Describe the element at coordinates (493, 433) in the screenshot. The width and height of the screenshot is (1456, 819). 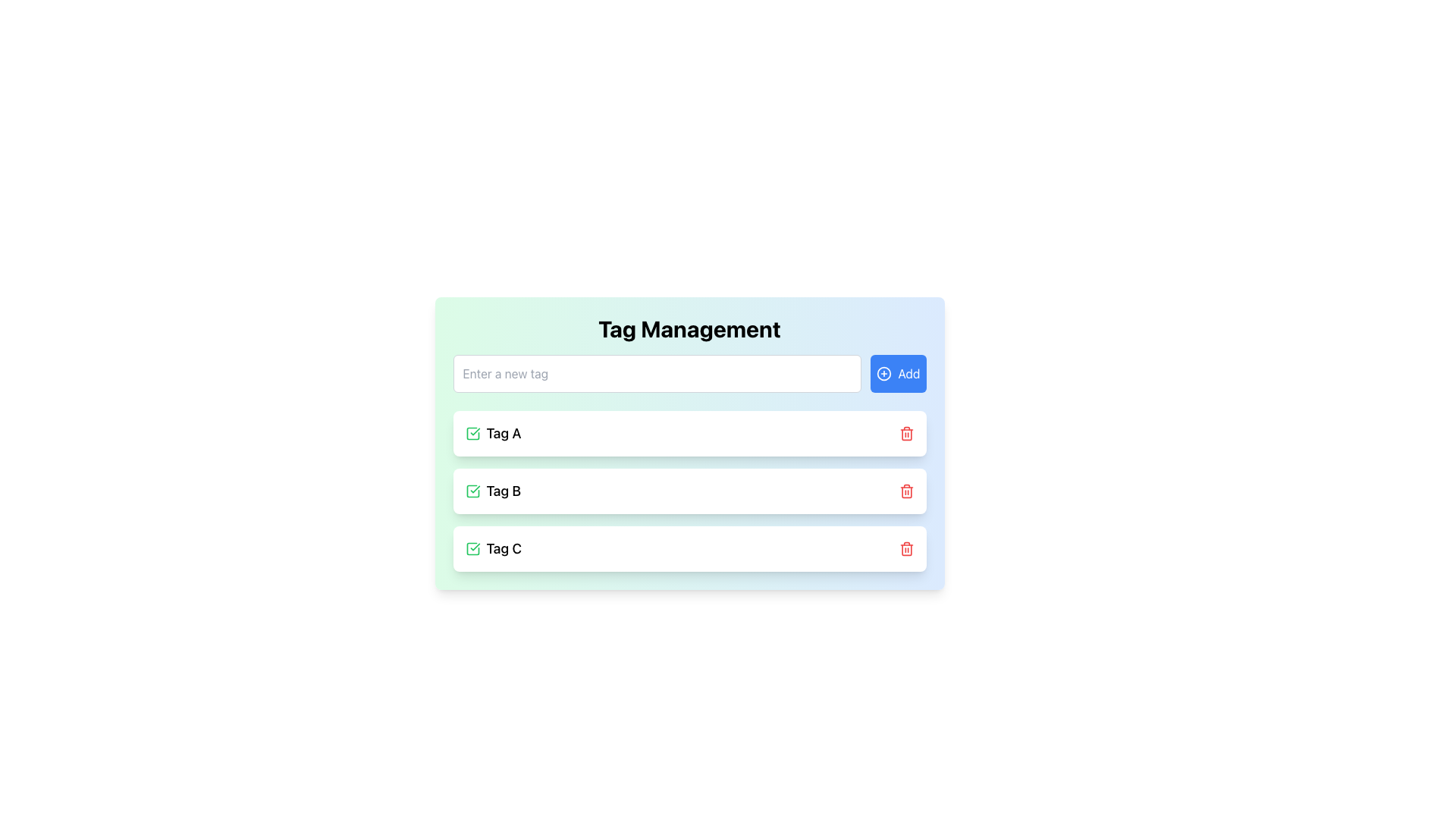
I see `the 'Tag A' text element, which is adjacent to a green checkmark icon` at that location.